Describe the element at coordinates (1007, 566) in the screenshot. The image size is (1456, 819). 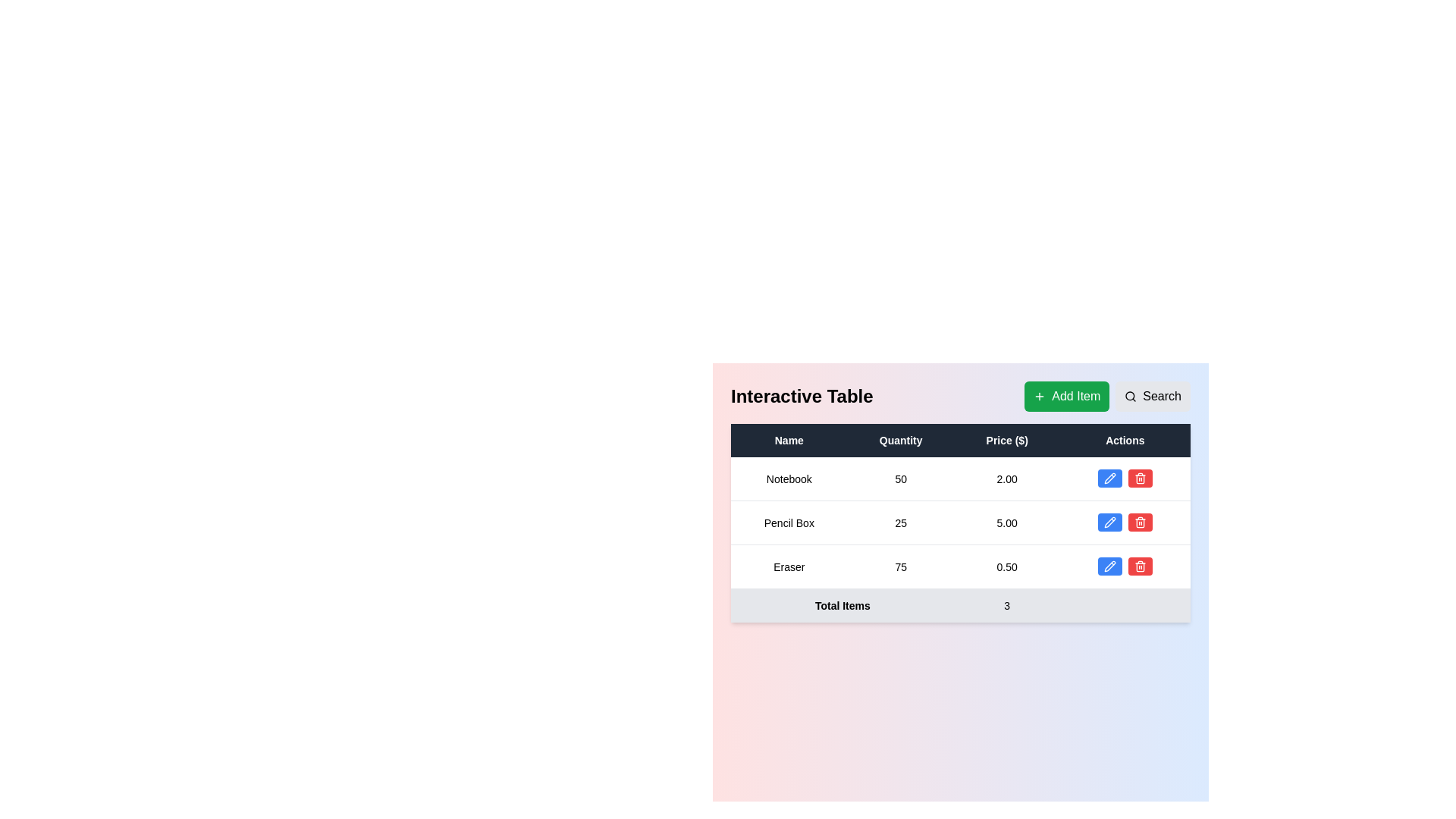
I see `the Text Label displaying the price of the item 'Eraser' in the third row of the table under the 'Price ($)' column` at that location.